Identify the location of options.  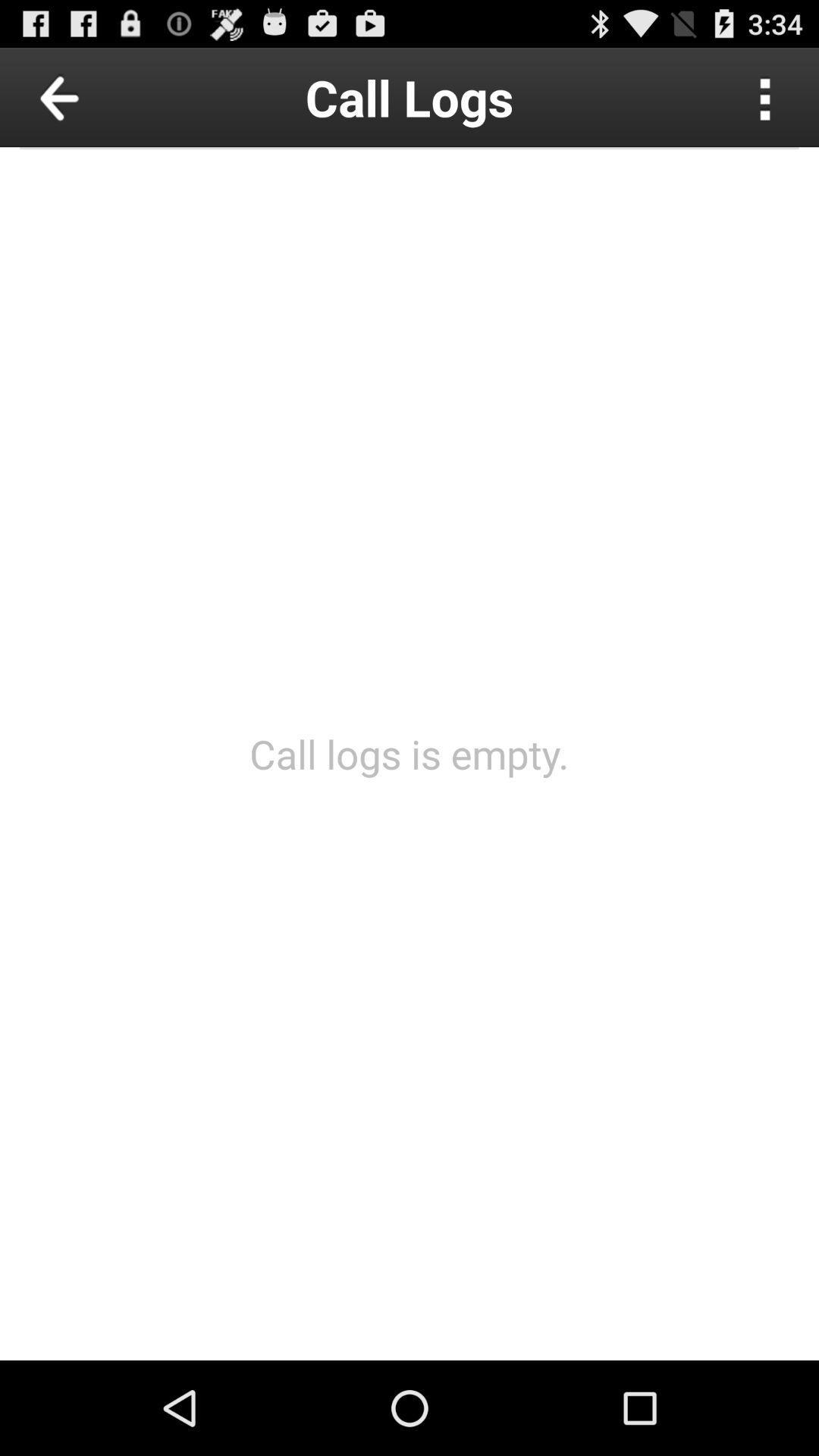
(765, 96).